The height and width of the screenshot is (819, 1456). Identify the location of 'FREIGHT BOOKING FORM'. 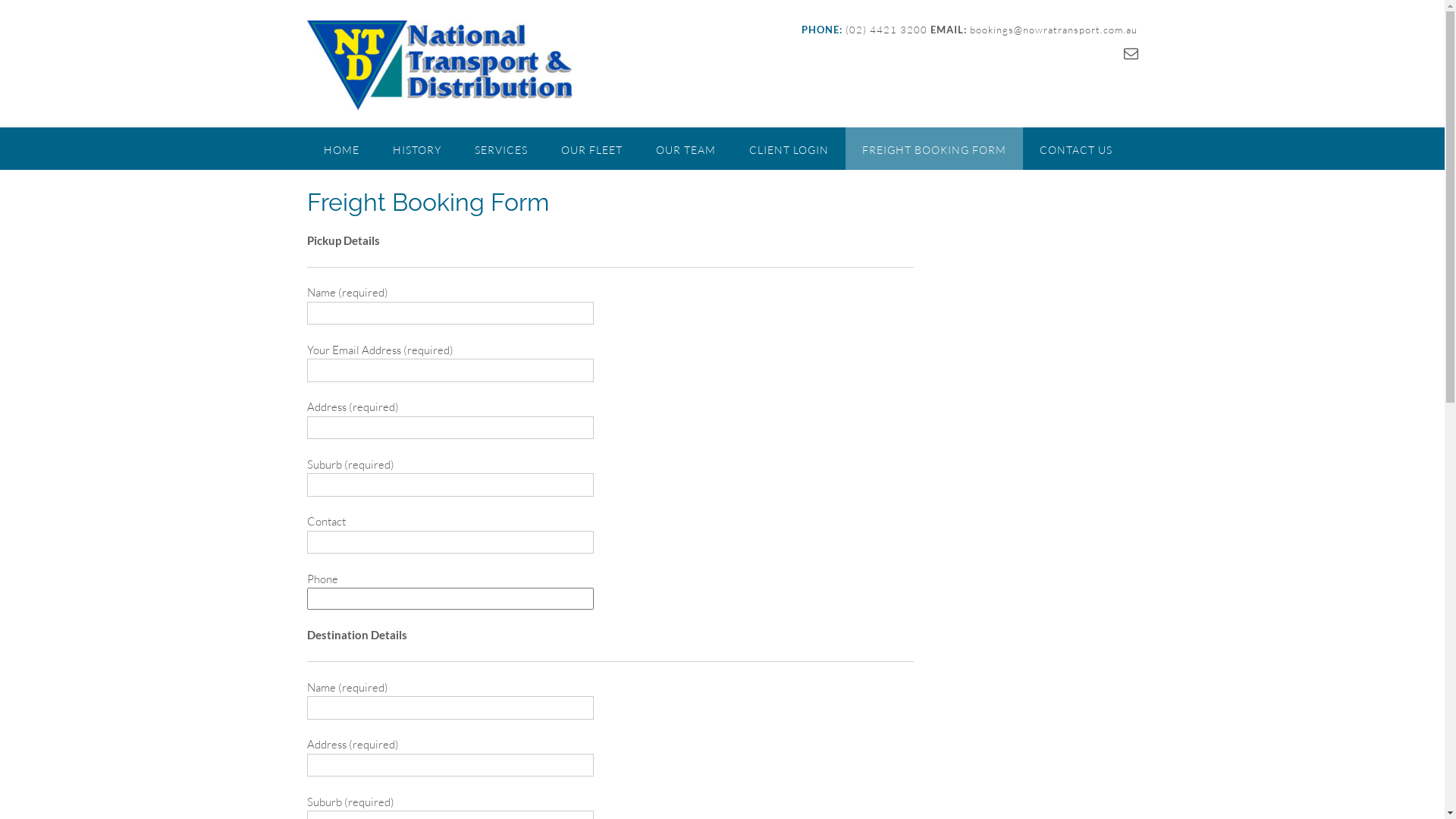
(843, 149).